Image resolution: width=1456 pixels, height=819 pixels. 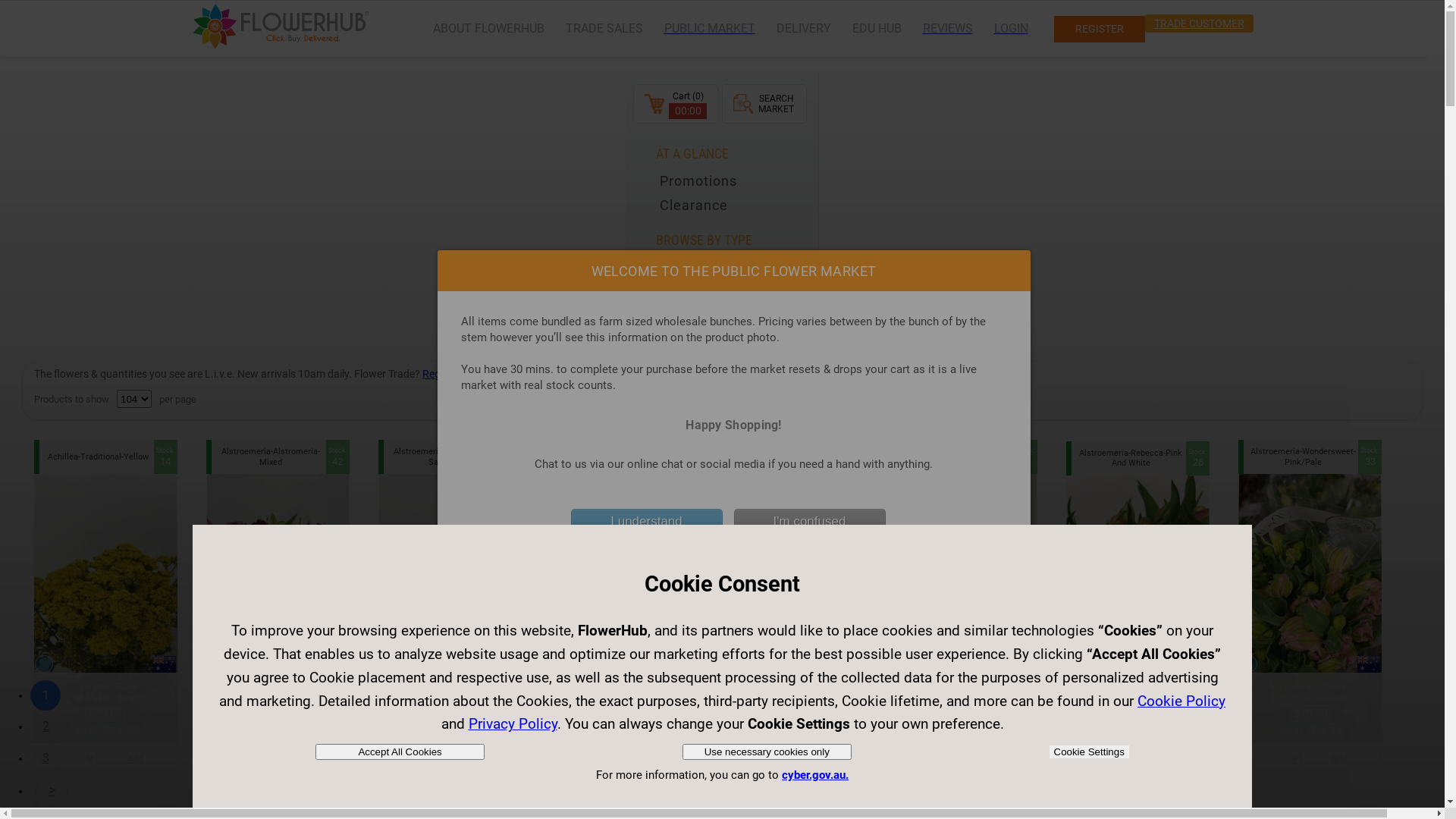 What do you see at coordinates (45, 725) in the screenshot?
I see `'2'` at bounding box center [45, 725].